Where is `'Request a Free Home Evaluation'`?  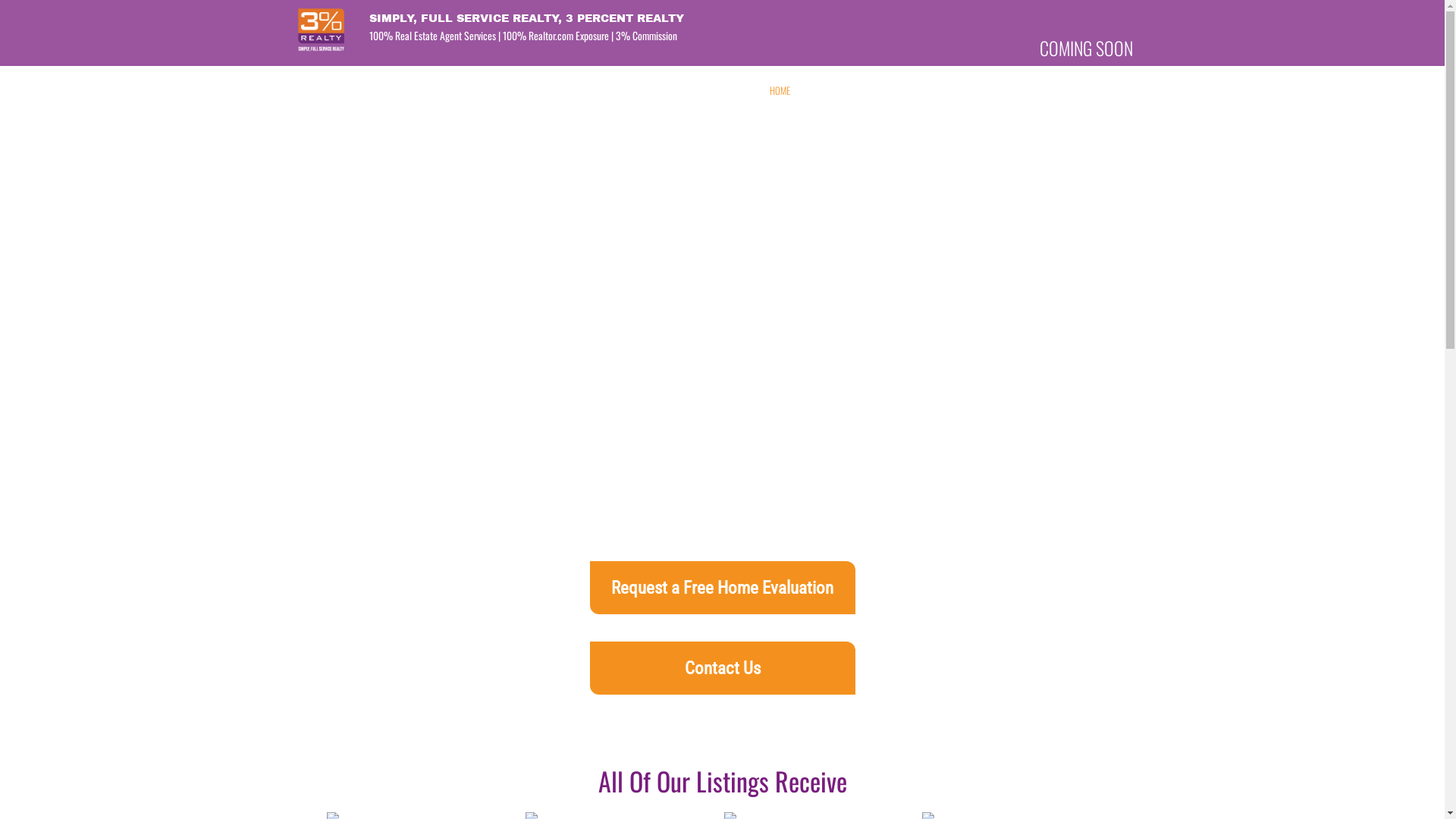 'Request a Free Home Evaluation' is located at coordinates (722, 587).